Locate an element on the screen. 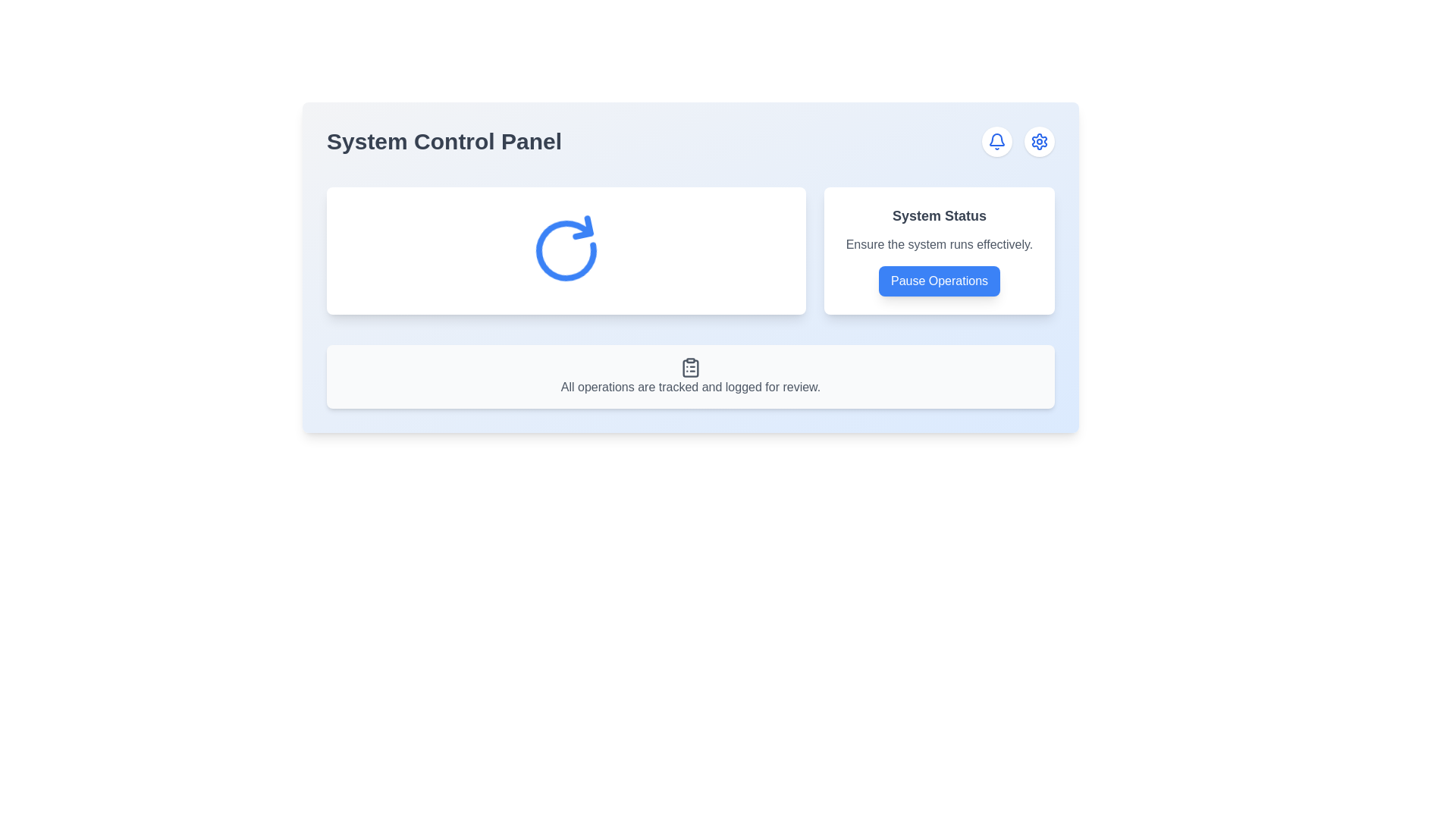  the notification bell icon located in the top-right region of the interface, which is the leftmost icon in a row of small circular icons is located at coordinates (997, 140).